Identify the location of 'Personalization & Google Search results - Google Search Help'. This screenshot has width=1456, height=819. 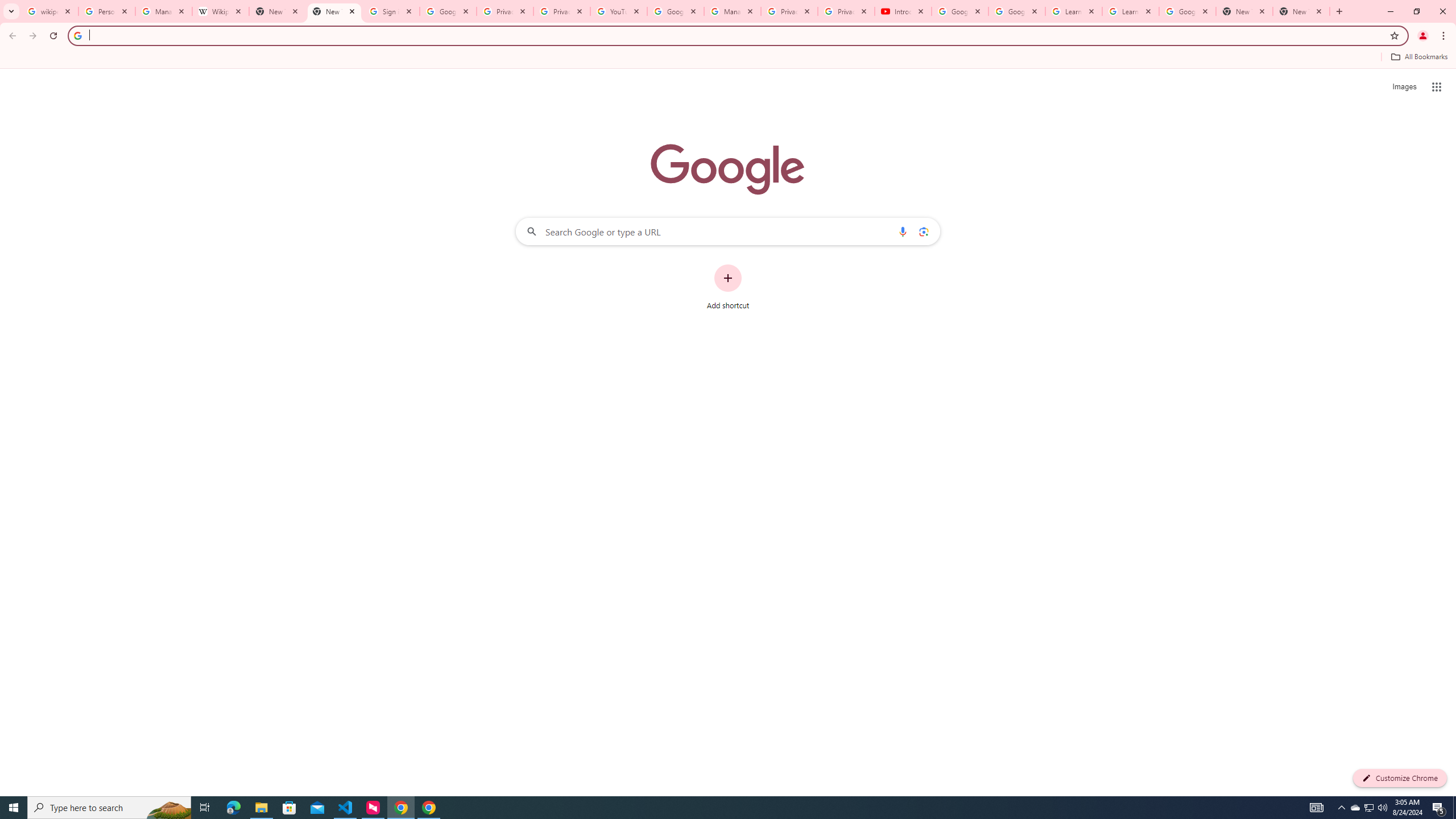
(106, 11).